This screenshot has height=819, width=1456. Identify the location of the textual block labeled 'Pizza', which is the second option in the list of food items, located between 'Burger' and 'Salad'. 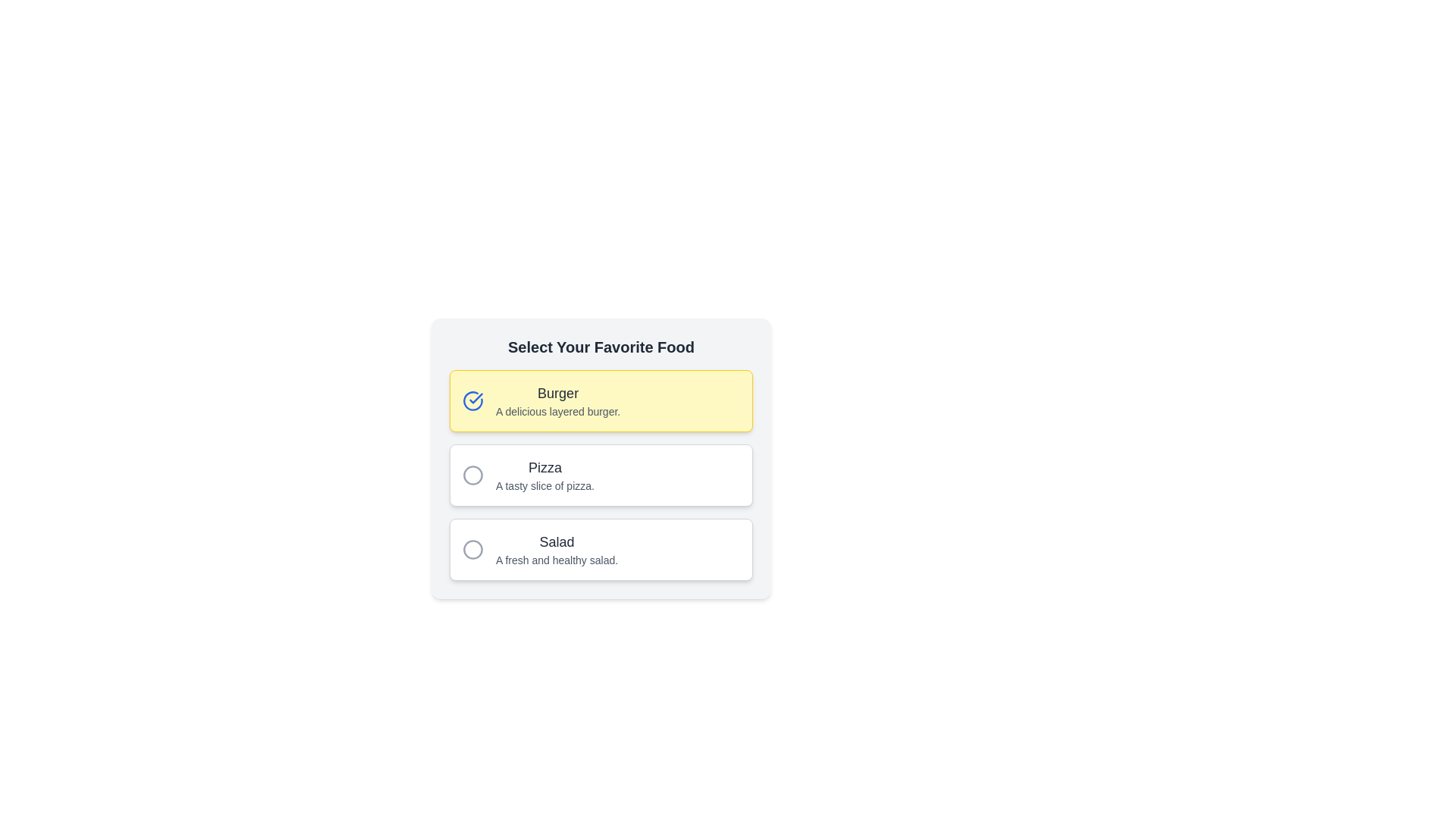
(545, 475).